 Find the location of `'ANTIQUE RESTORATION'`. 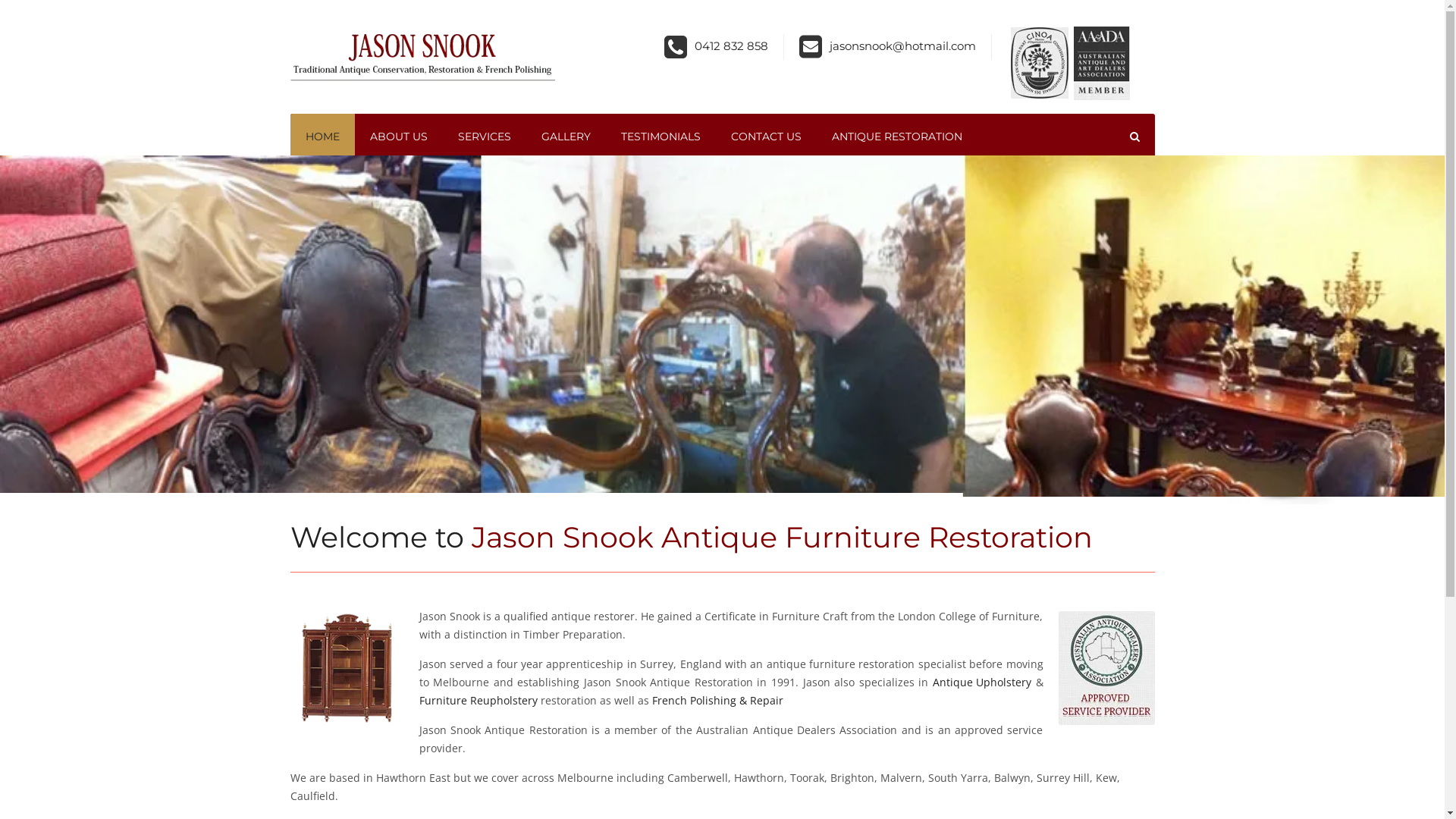

'ANTIQUE RESTORATION' is located at coordinates (896, 136).